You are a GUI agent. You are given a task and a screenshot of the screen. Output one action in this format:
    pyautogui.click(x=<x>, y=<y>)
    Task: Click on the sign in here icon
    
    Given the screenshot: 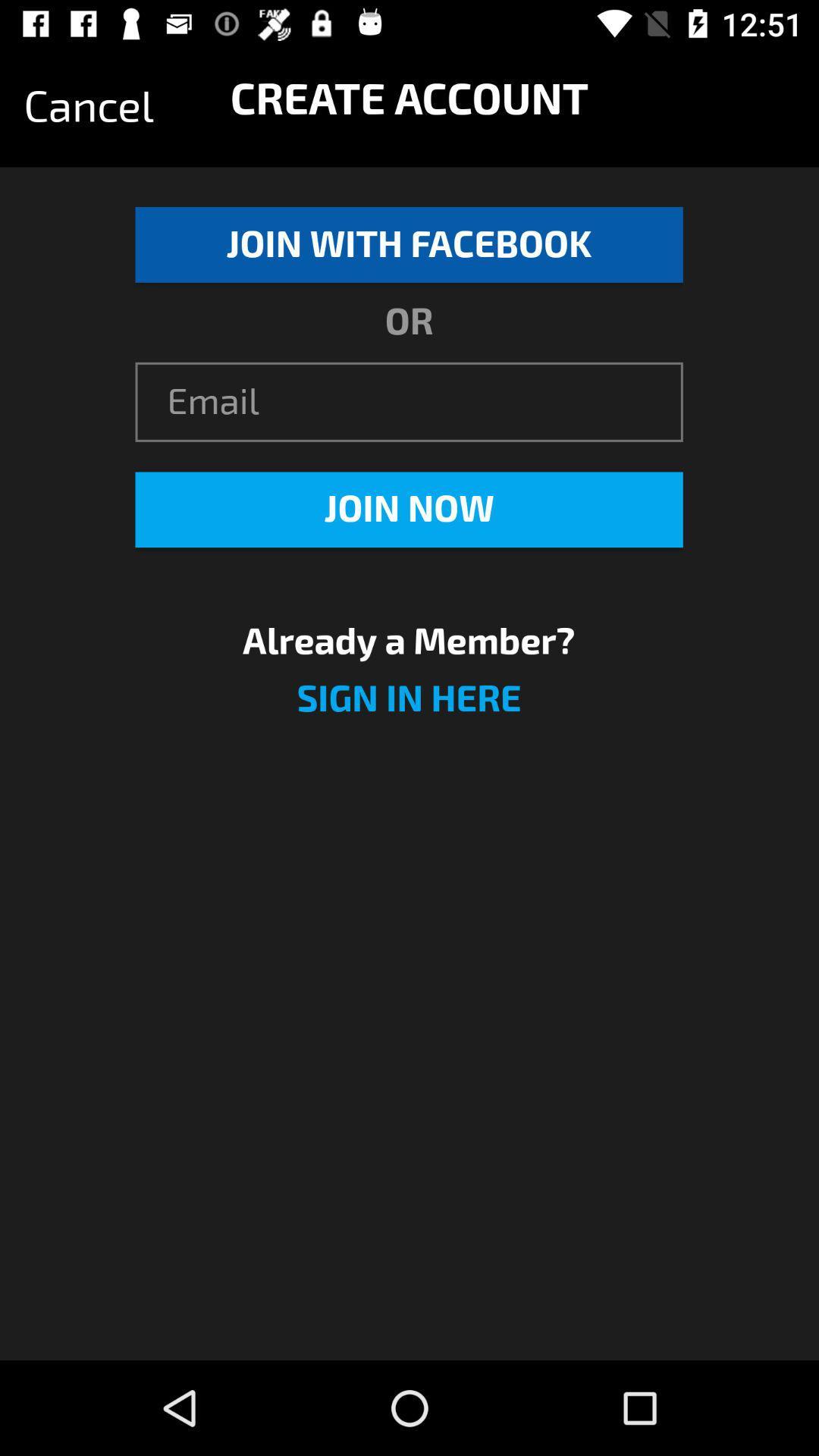 What is the action you would take?
    pyautogui.click(x=408, y=708)
    